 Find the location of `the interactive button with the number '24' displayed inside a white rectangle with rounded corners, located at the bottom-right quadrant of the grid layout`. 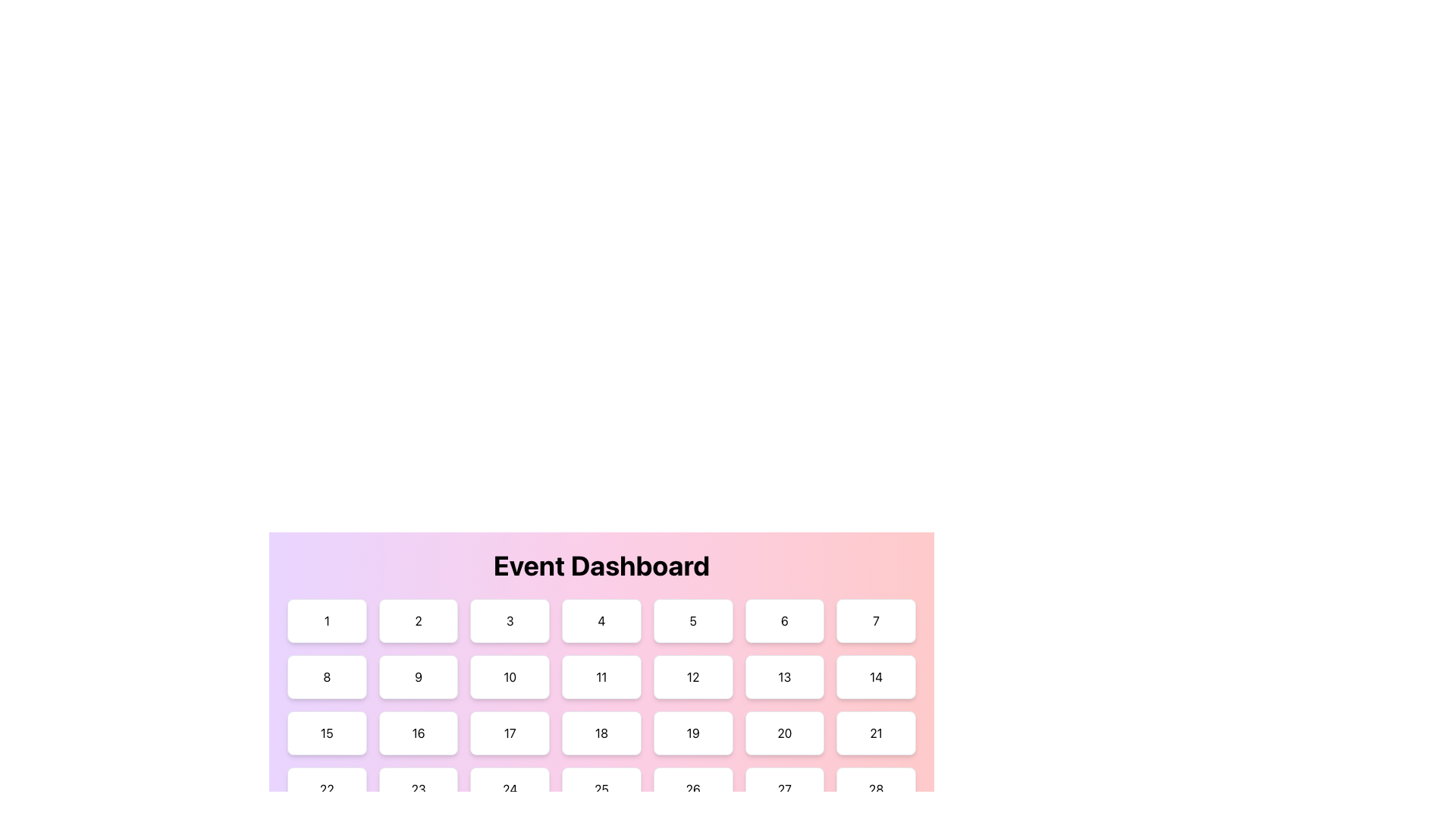

the interactive button with the number '24' displayed inside a white rectangle with rounded corners, located at the bottom-right quadrant of the grid layout is located at coordinates (510, 789).